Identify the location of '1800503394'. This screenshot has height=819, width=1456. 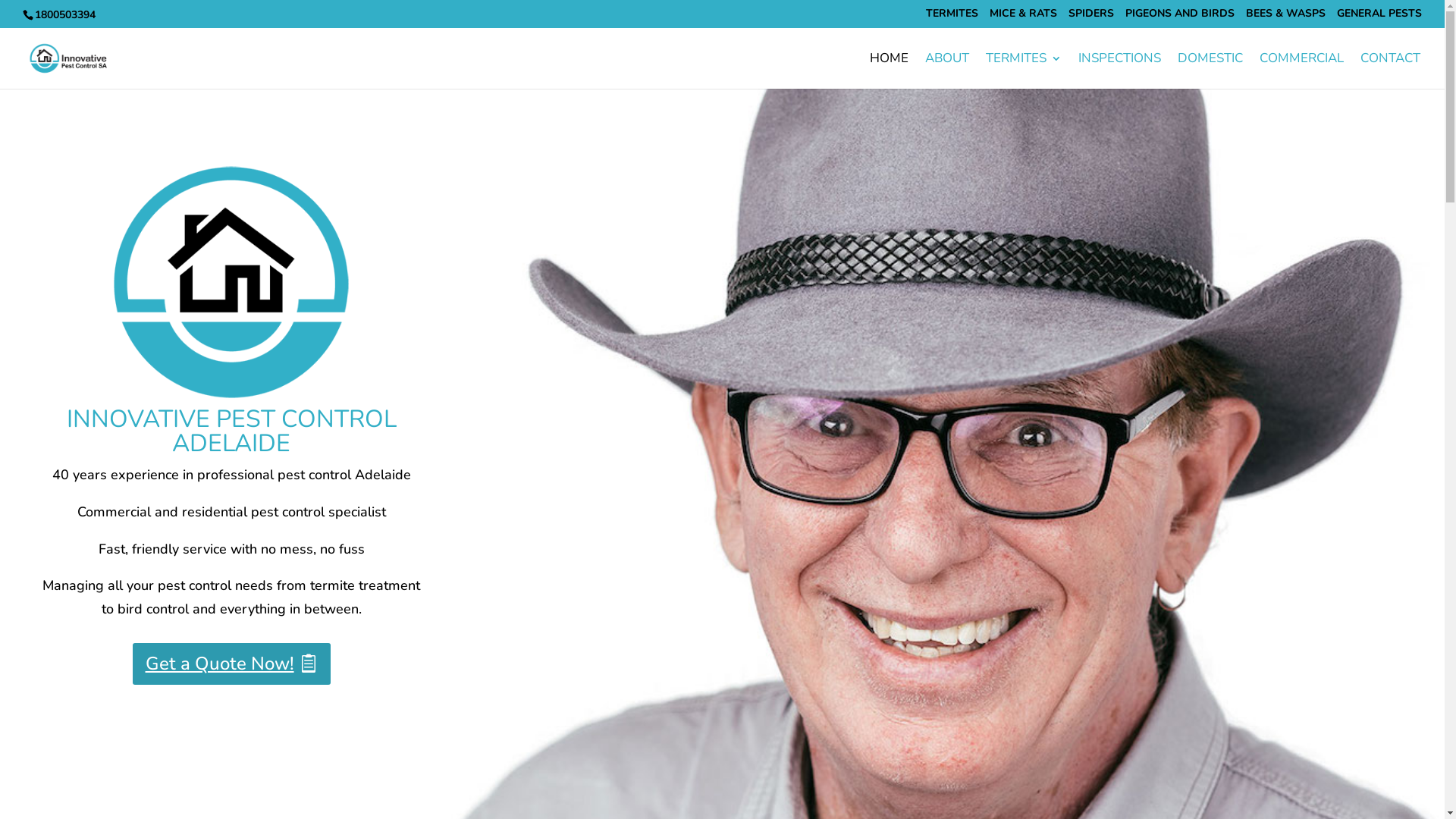
(63, 14).